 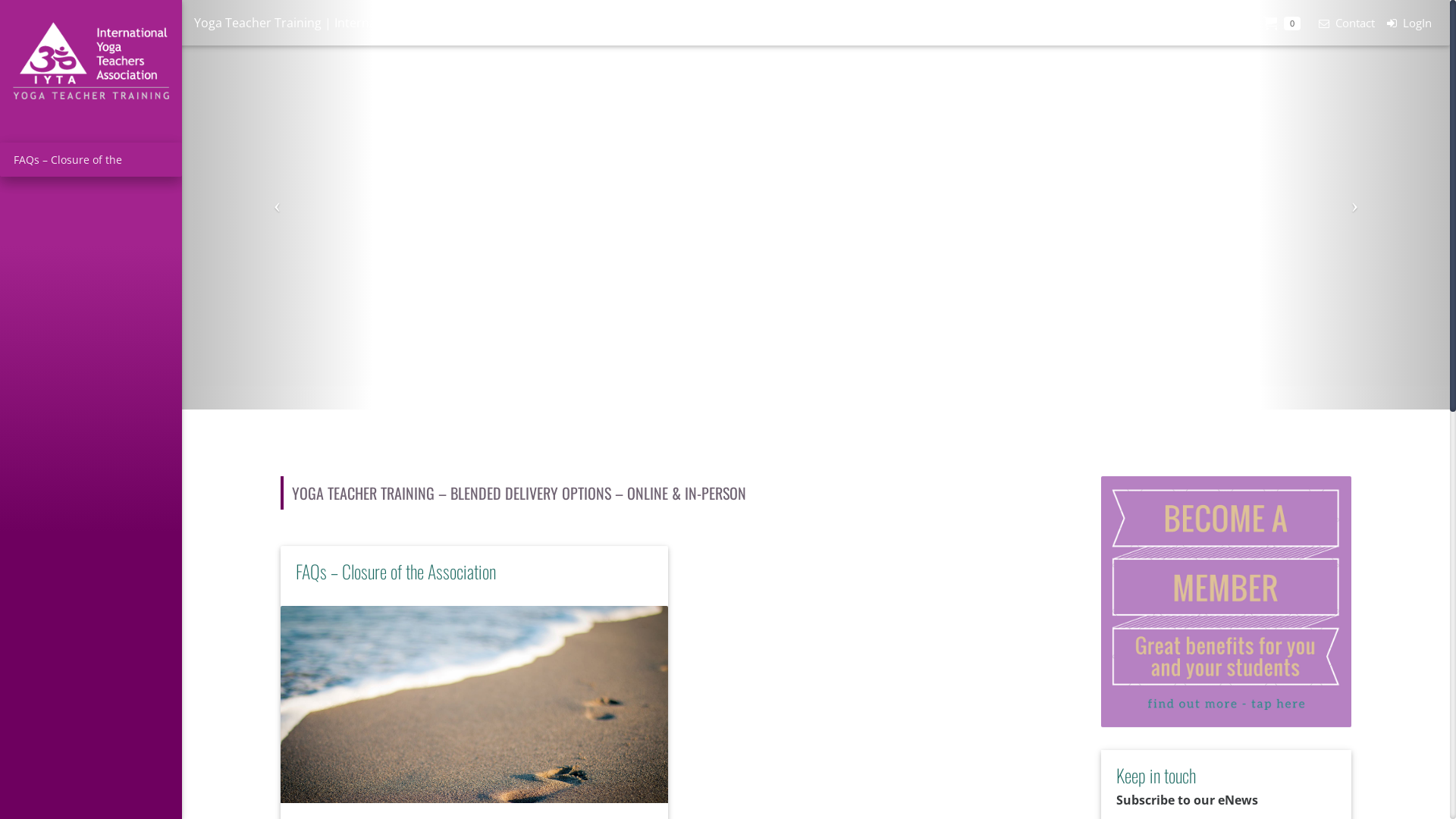 I want to click on 'Previous', so click(x=277, y=205).